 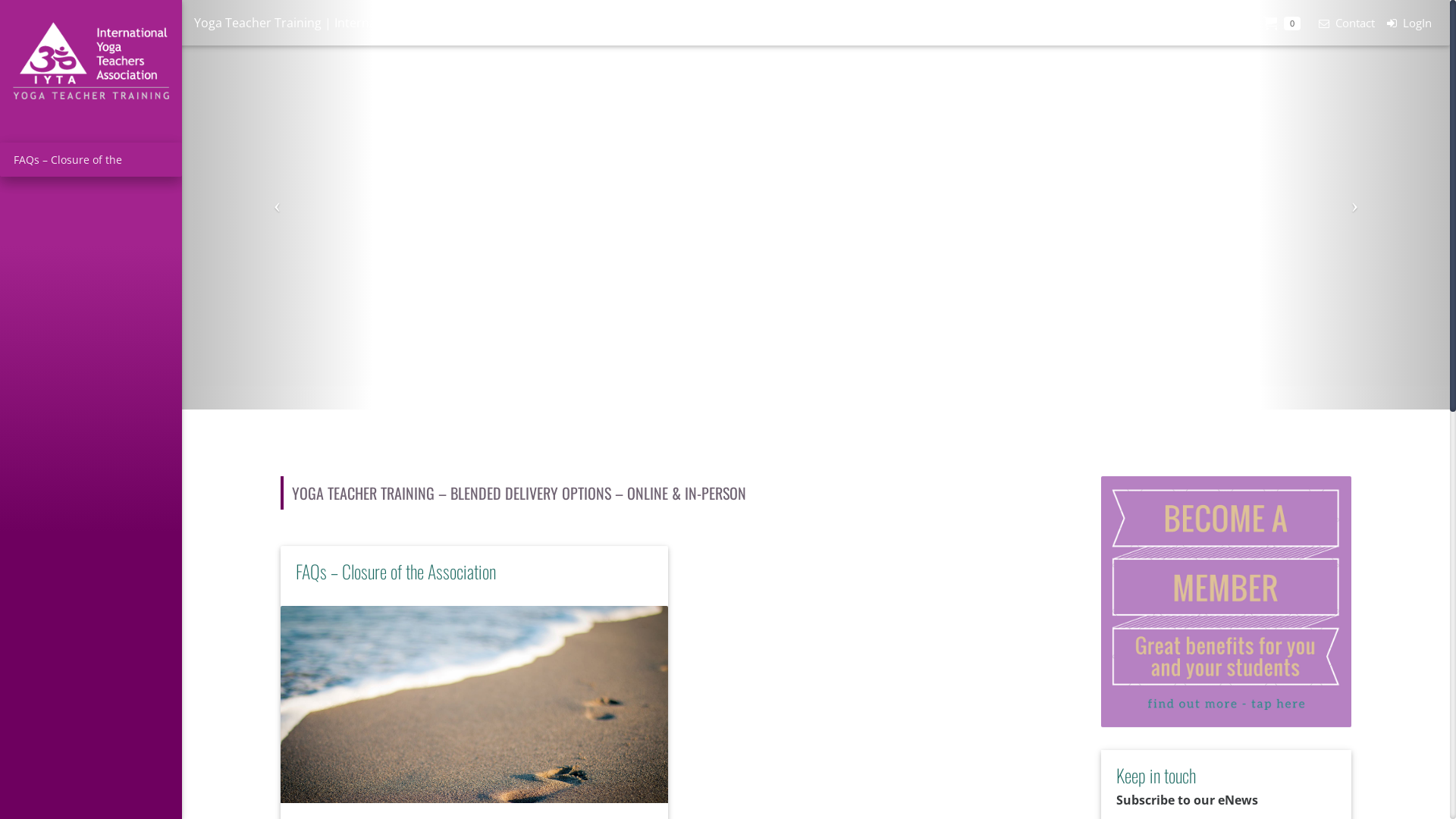 I want to click on 'Previous', so click(x=277, y=205).